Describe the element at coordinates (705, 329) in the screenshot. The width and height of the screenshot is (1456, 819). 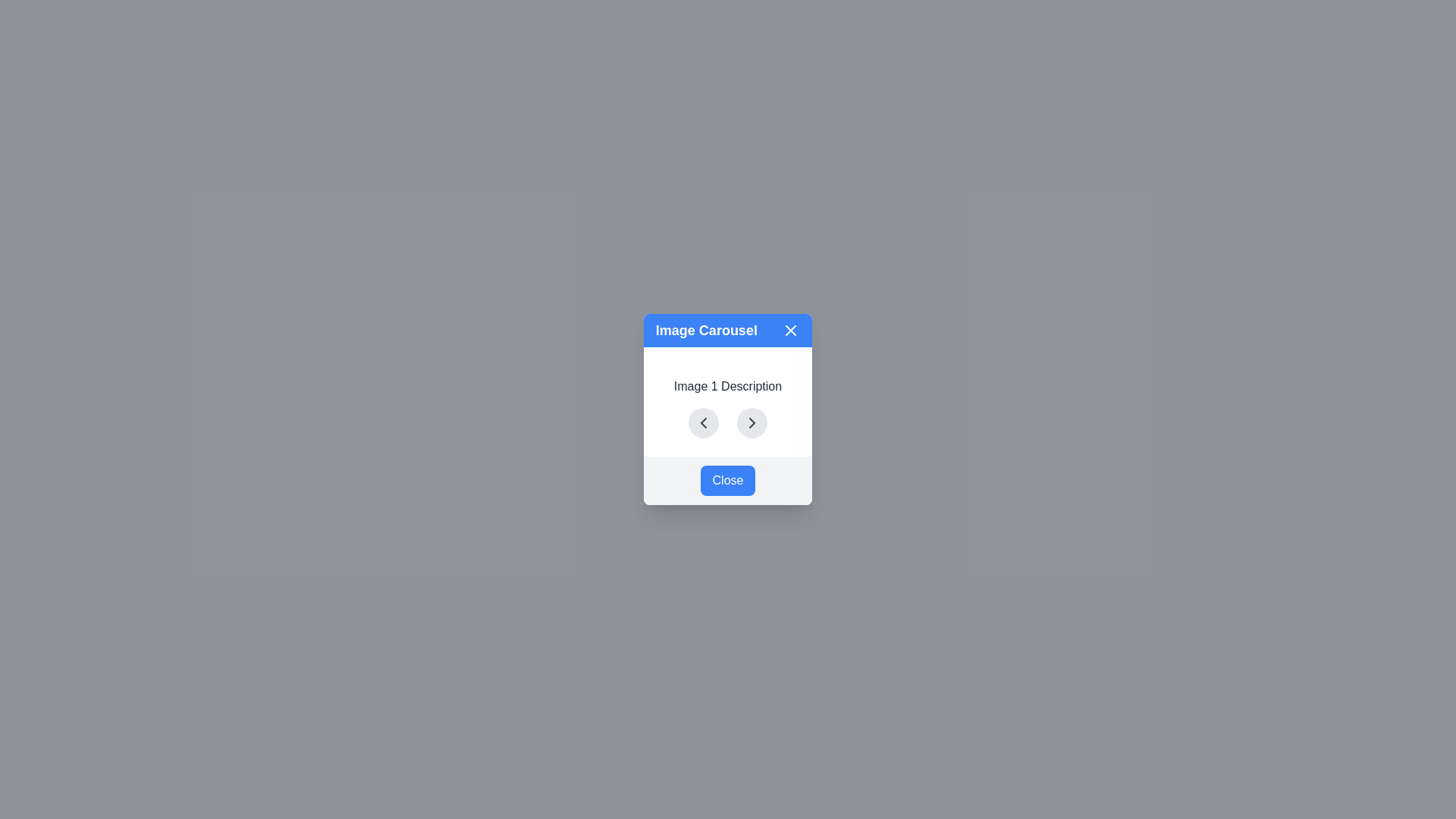
I see `the bold, white text label stating 'Image Carousel' at the top of the modal, which is prominently displayed on a blue background` at that location.